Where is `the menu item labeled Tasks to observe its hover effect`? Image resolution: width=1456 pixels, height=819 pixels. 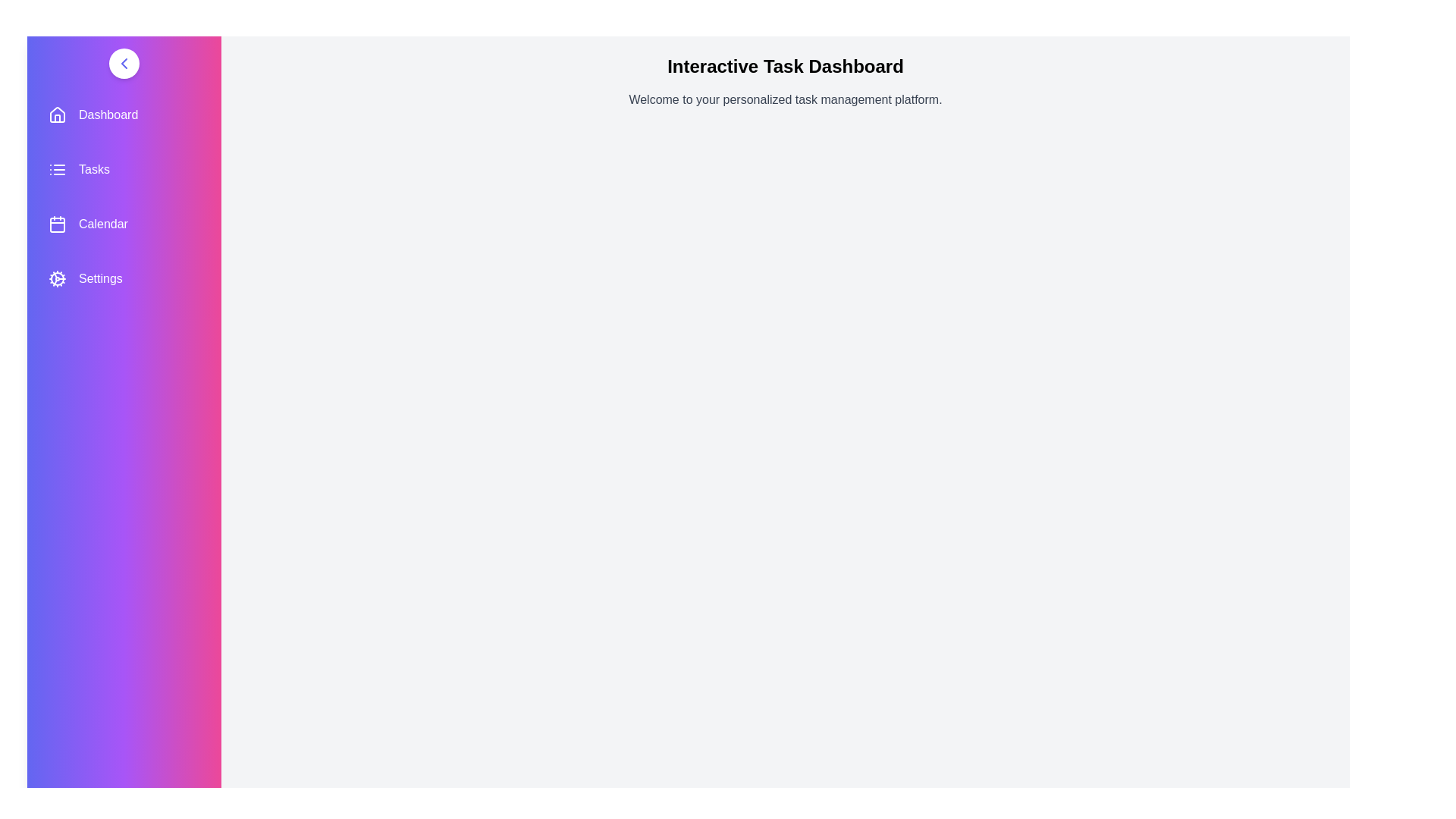 the menu item labeled Tasks to observe its hover effect is located at coordinates (124, 169).